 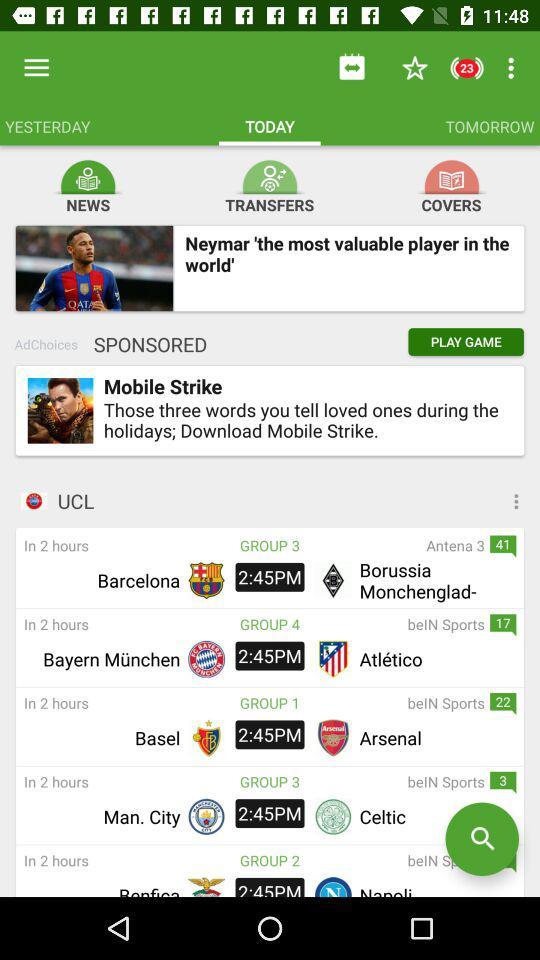 I want to click on the group 4 icon, so click(x=270, y=623).